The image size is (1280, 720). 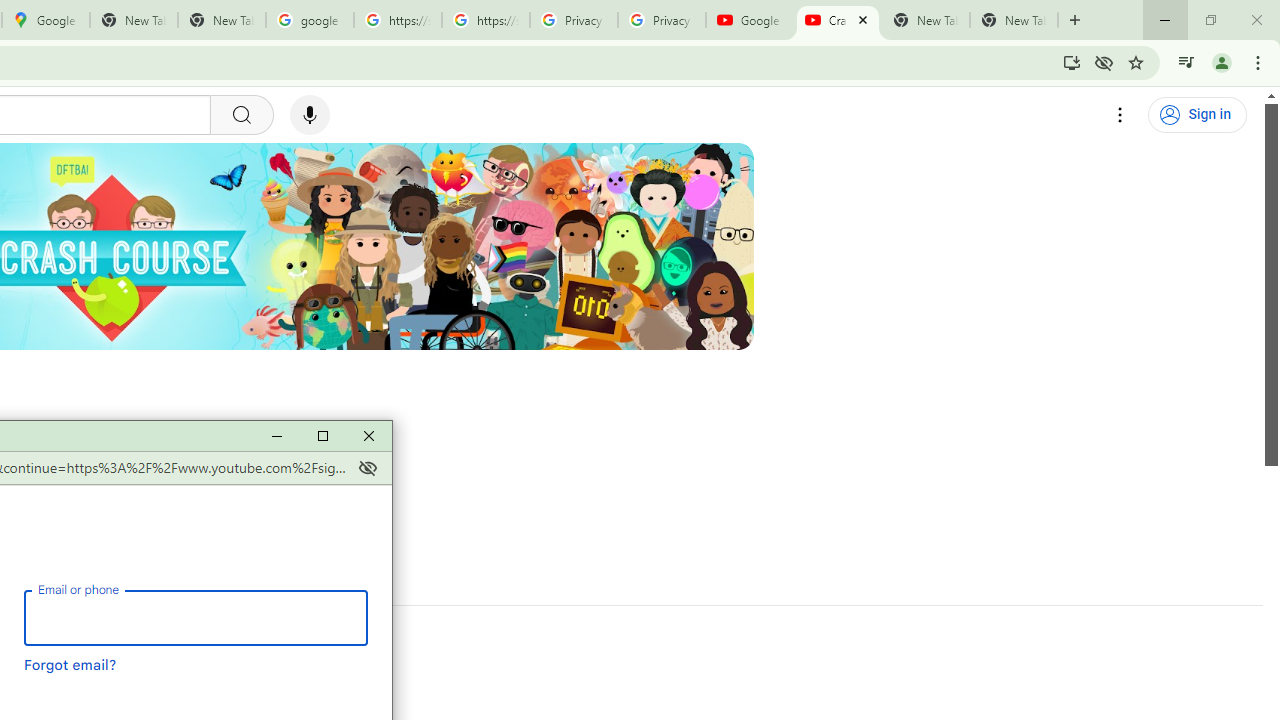 What do you see at coordinates (195, 616) in the screenshot?
I see `'Email or phone'` at bounding box center [195, 616].